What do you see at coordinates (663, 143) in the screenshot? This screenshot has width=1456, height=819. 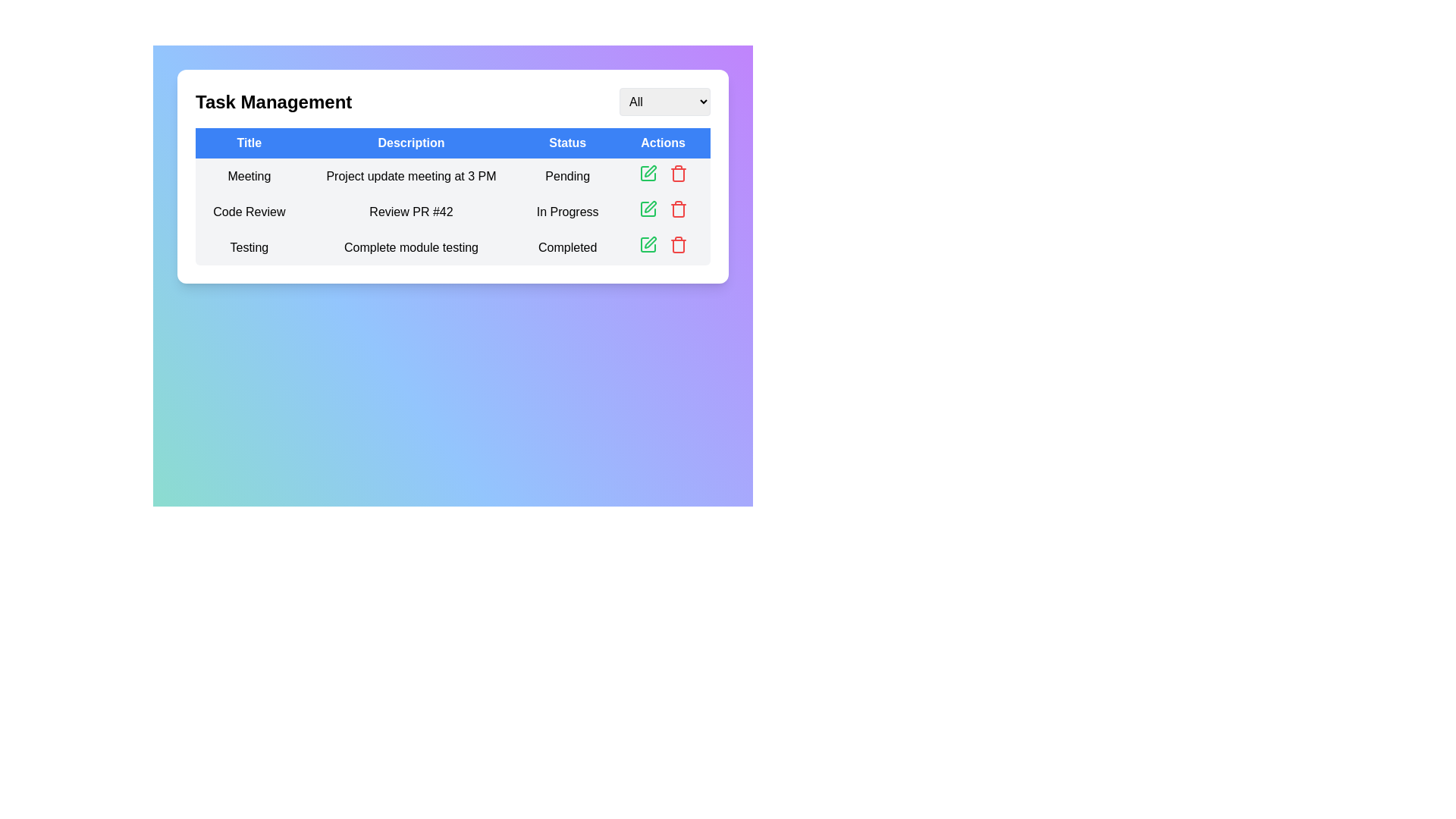 I see `the 'Actions' column header of the table, which is located at the top-right of the grid structure and serves as the fourth column header` at bounding box center [663, 143].